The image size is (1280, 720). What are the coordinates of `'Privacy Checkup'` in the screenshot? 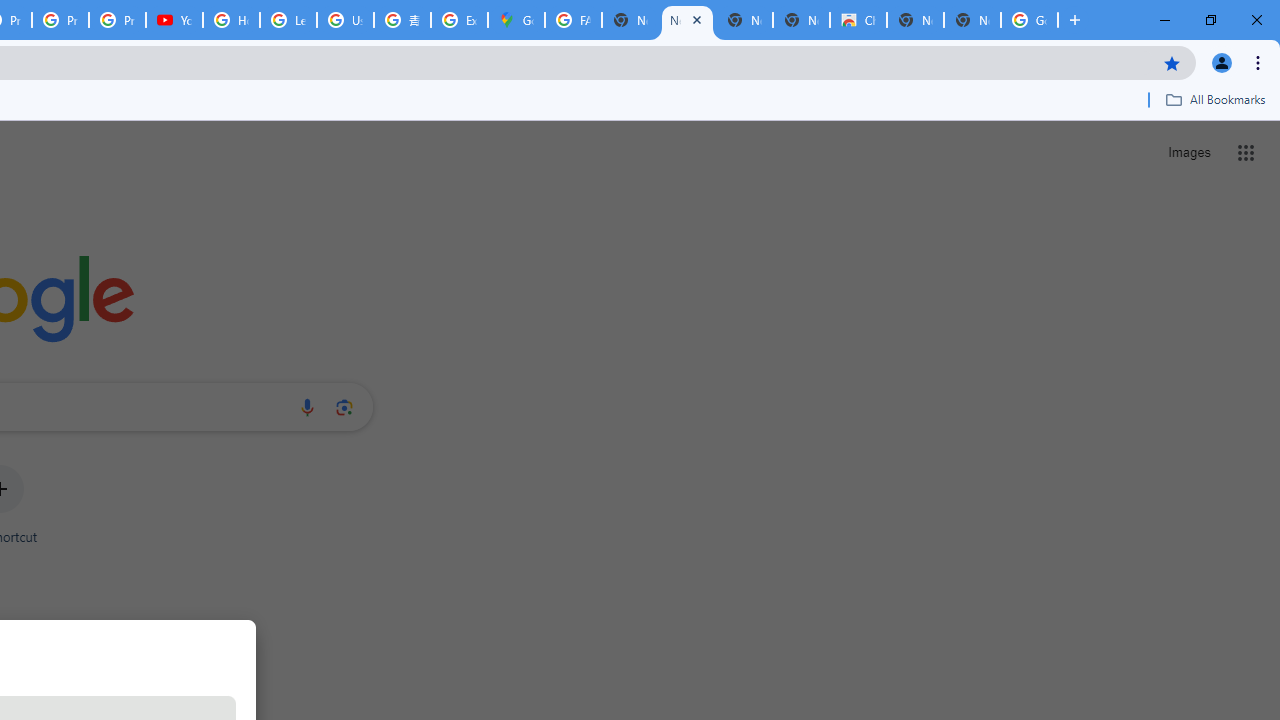 It's located at (60, 20).